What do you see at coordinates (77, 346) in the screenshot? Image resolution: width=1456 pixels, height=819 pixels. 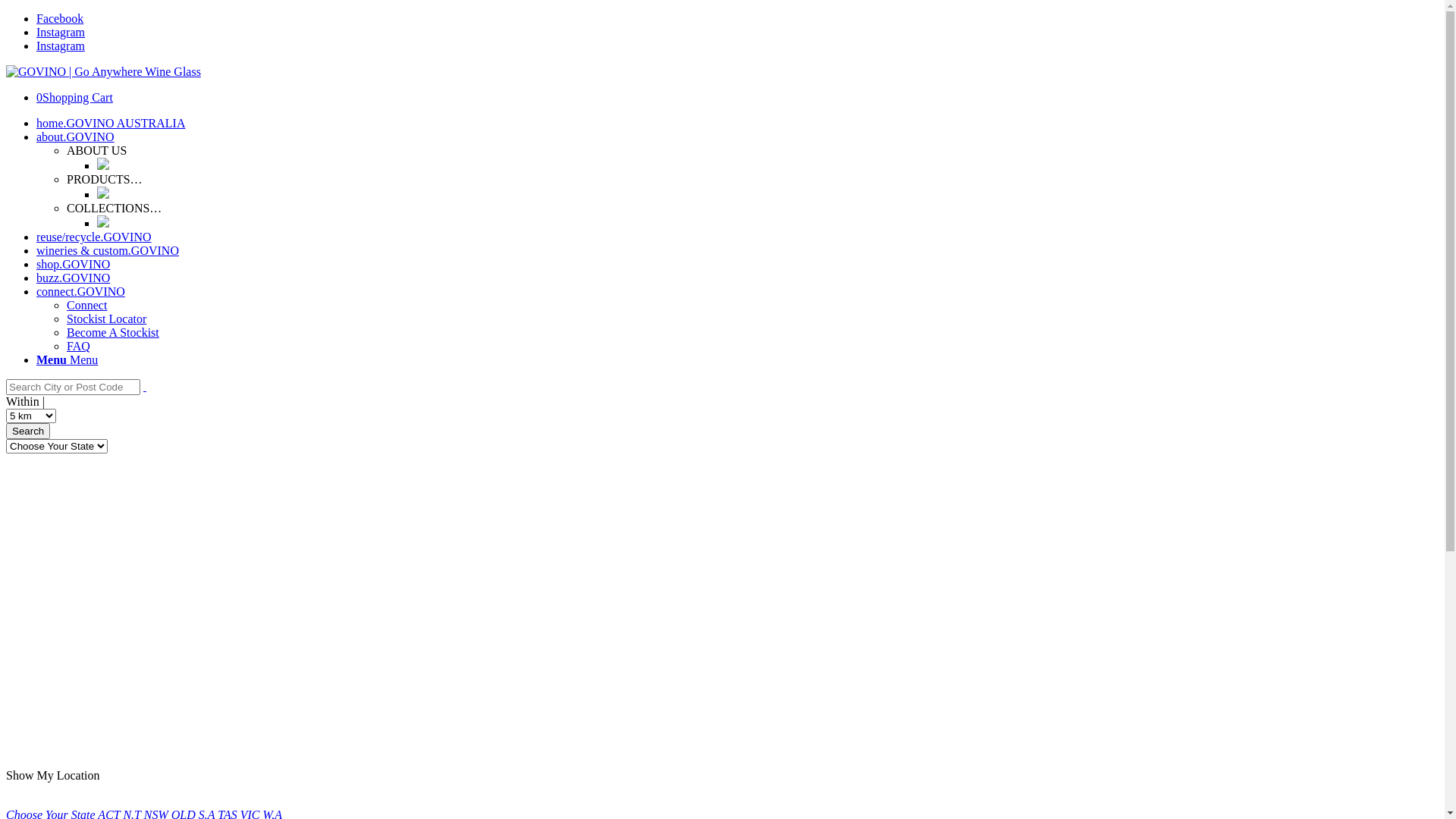 I see `'FAQ'` at bounding box center [77, 346].